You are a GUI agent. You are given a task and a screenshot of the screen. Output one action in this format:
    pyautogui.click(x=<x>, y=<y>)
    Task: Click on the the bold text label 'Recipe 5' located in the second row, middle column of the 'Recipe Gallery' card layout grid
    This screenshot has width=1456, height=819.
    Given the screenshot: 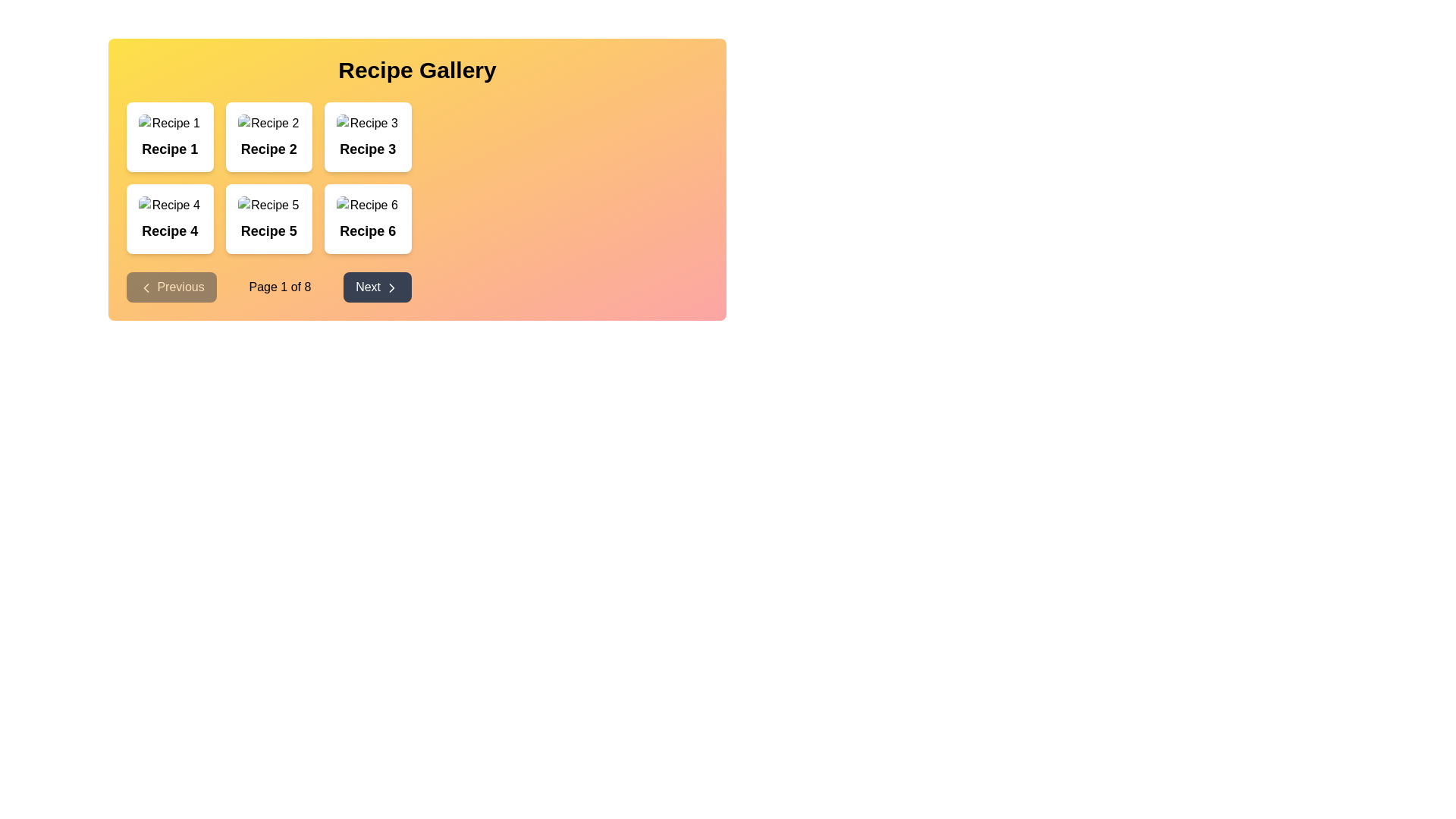 What is the action you would take?
    pyautogui.click(x=268, y=231)
    